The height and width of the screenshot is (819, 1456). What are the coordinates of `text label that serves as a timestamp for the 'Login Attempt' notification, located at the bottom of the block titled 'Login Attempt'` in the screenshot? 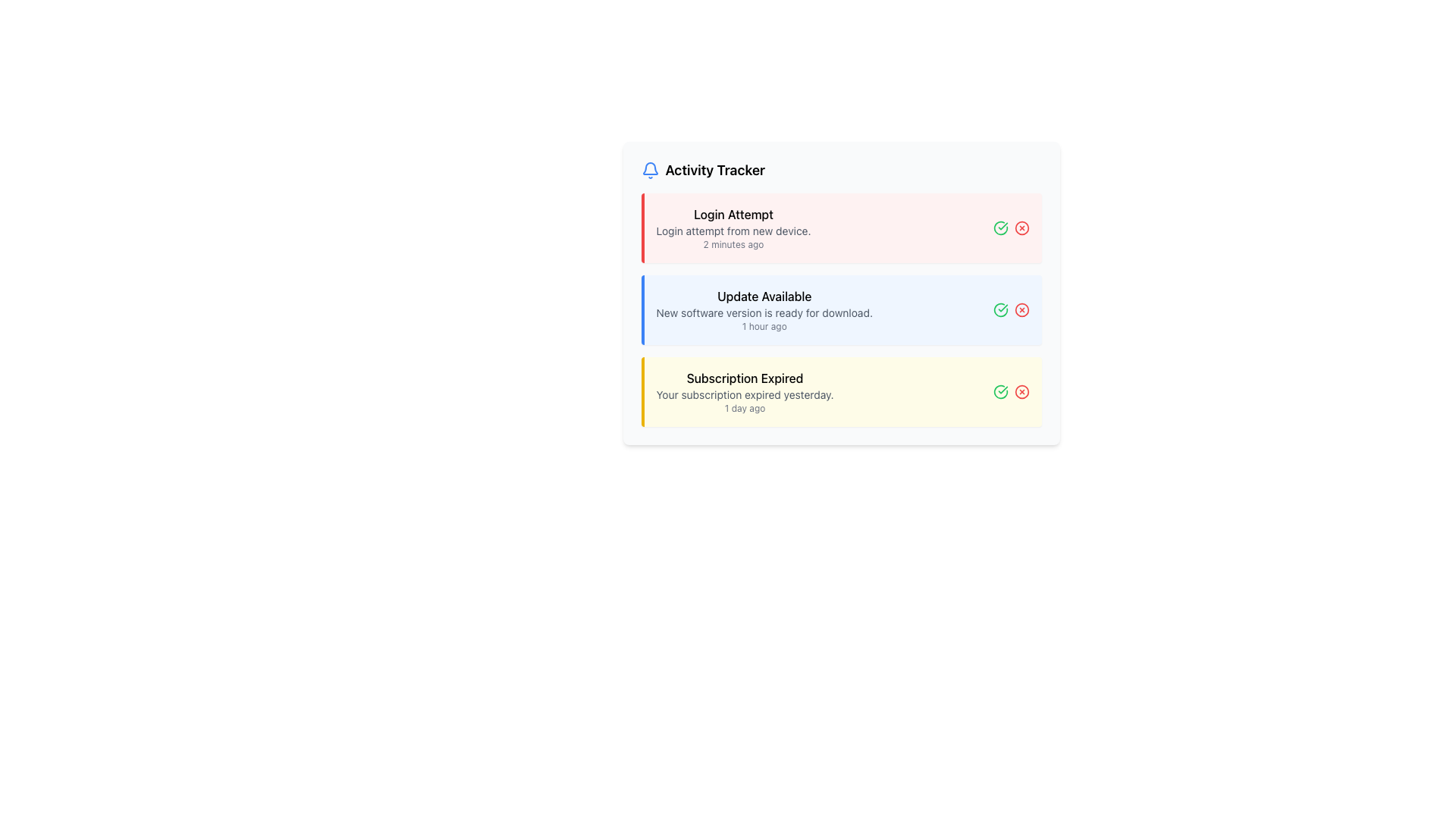 It's located at (733, 244).